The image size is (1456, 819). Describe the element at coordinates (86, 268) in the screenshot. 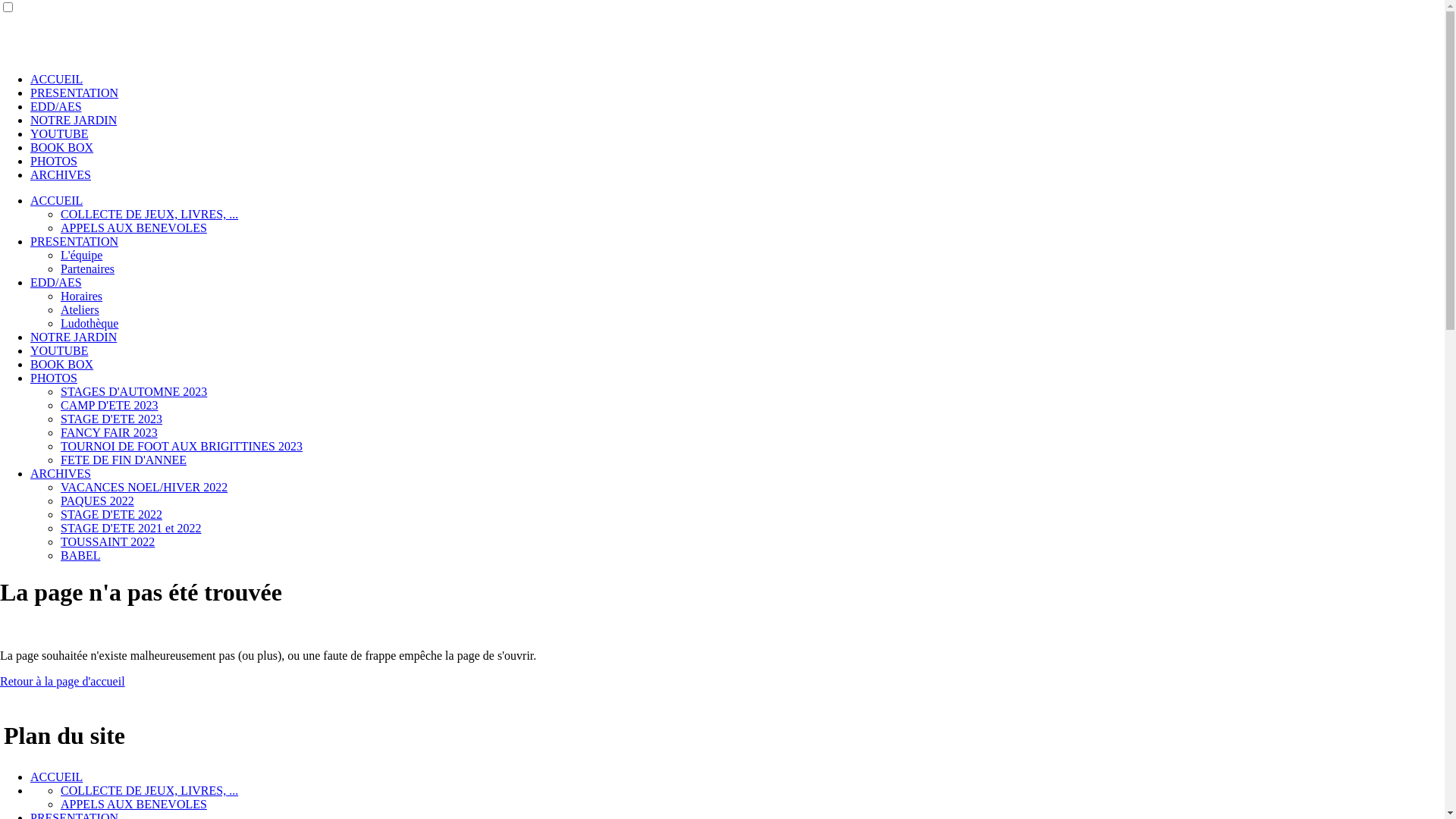

I see `'Partenaires'` at that location.